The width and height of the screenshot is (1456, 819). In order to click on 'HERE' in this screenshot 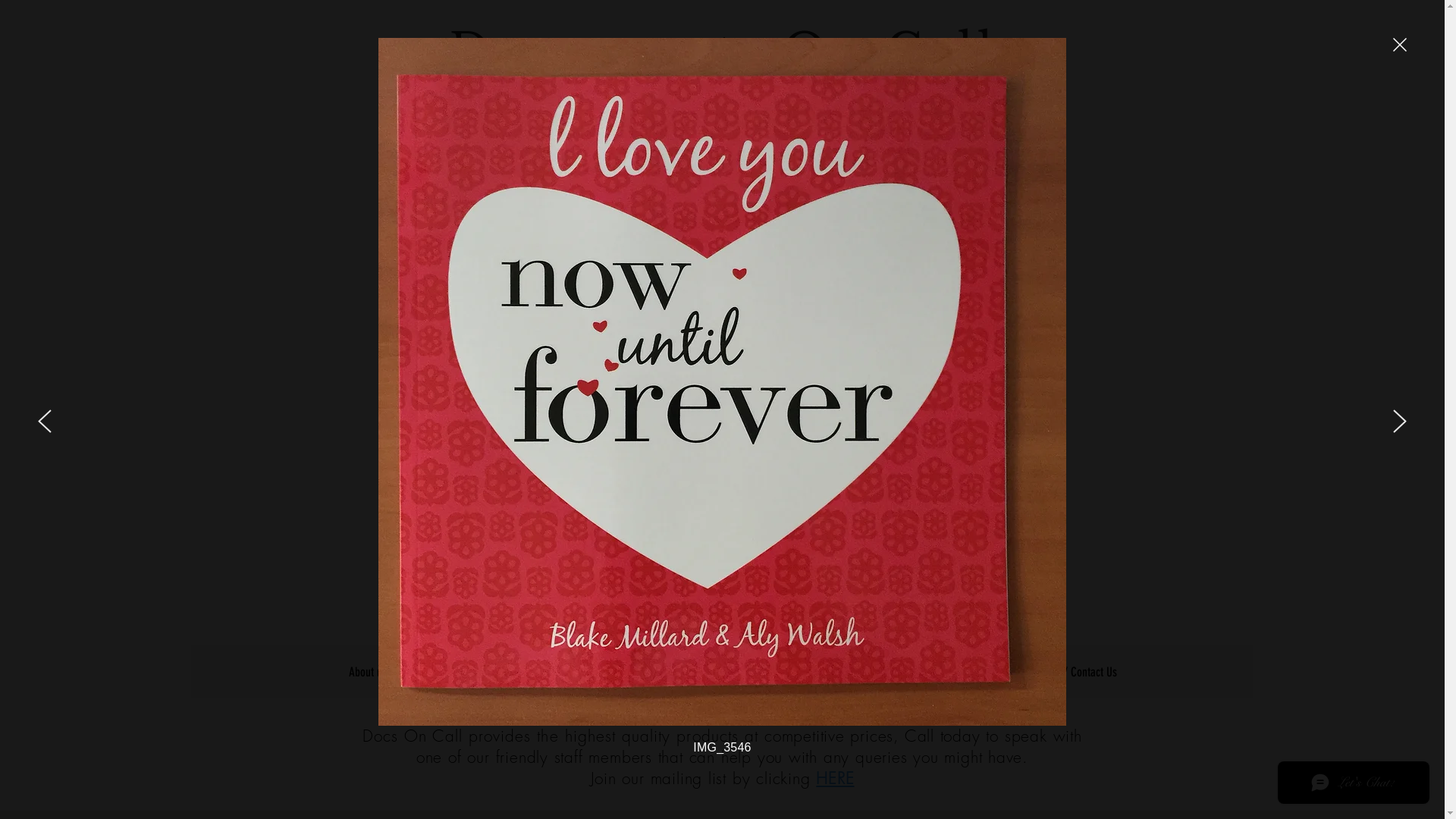, I will do `click(833, 778)`.